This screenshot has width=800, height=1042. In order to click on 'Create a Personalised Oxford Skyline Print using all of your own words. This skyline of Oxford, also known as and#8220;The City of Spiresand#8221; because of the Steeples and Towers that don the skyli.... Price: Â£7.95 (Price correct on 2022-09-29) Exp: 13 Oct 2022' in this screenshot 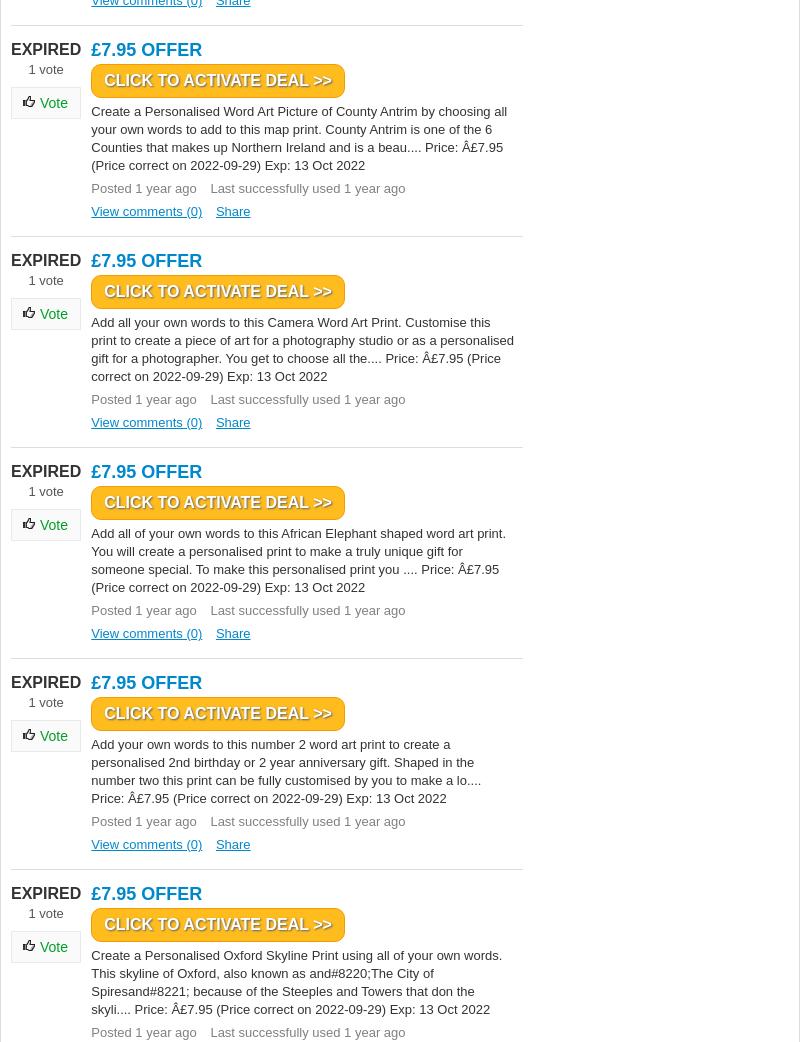, I will do `click(296, 982)`.